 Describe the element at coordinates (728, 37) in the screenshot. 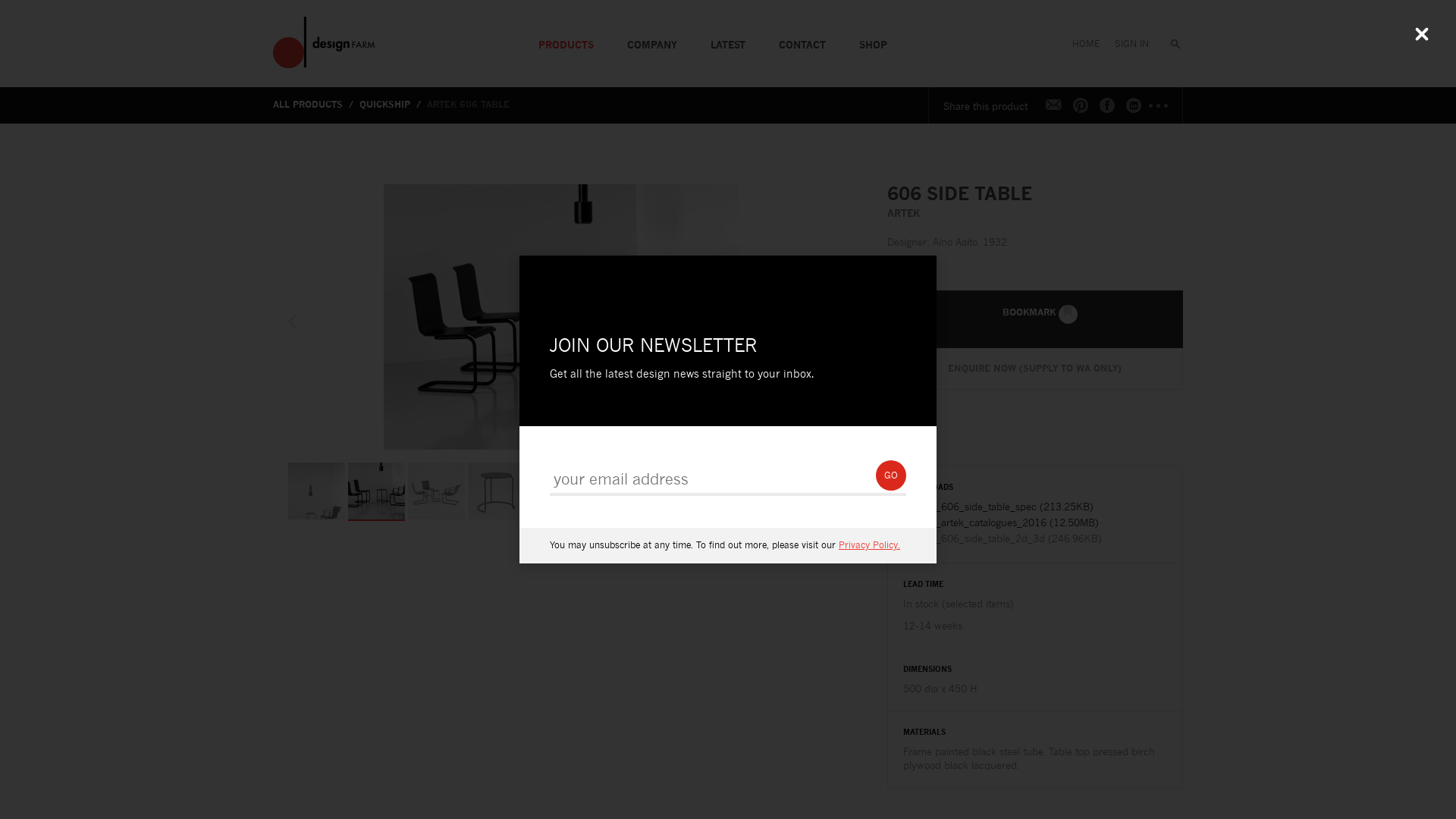

I see `'LATEST'` at that location.